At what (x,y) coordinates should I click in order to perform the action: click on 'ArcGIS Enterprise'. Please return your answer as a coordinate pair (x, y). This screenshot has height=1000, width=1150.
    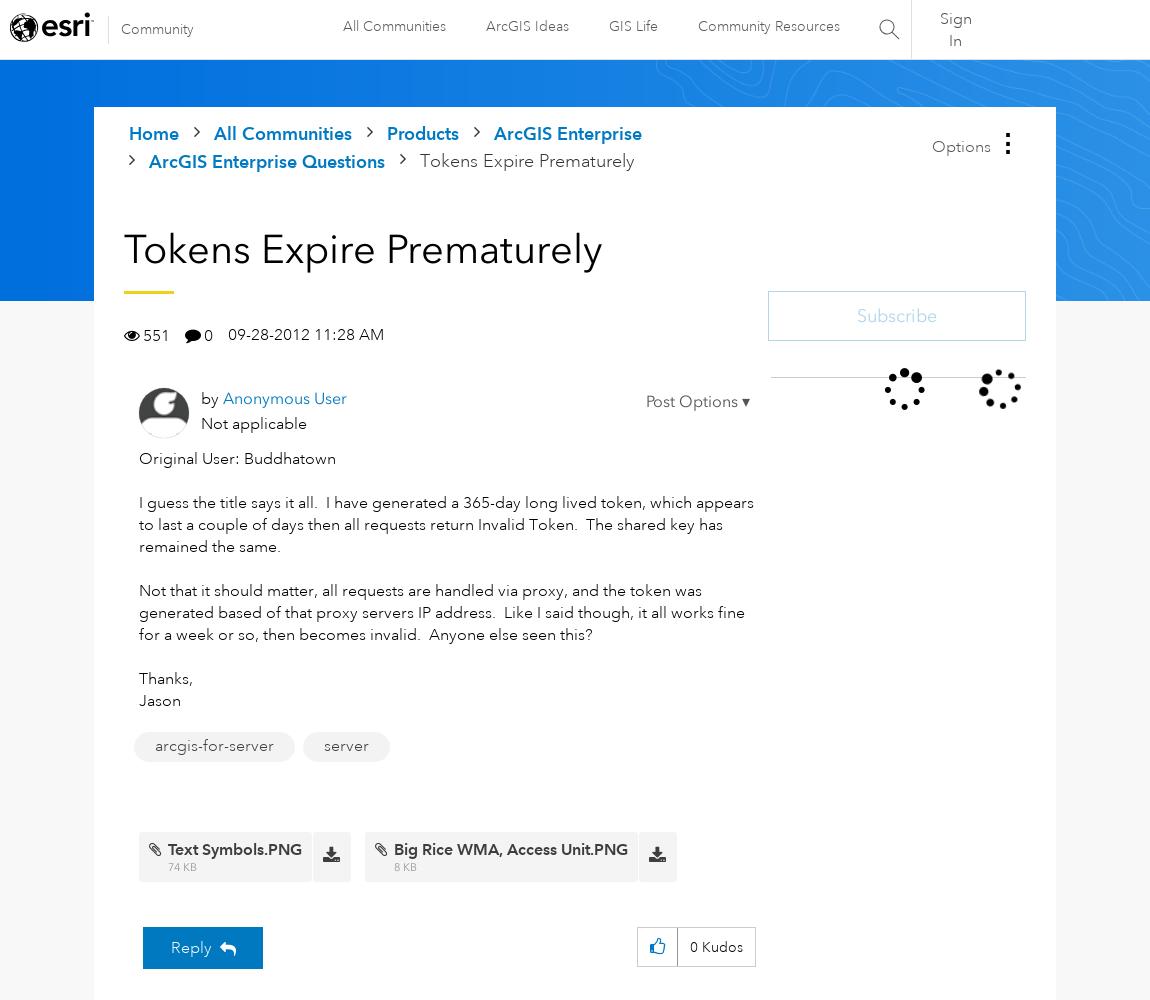
    Looking at the image, I should click on (494, 133).